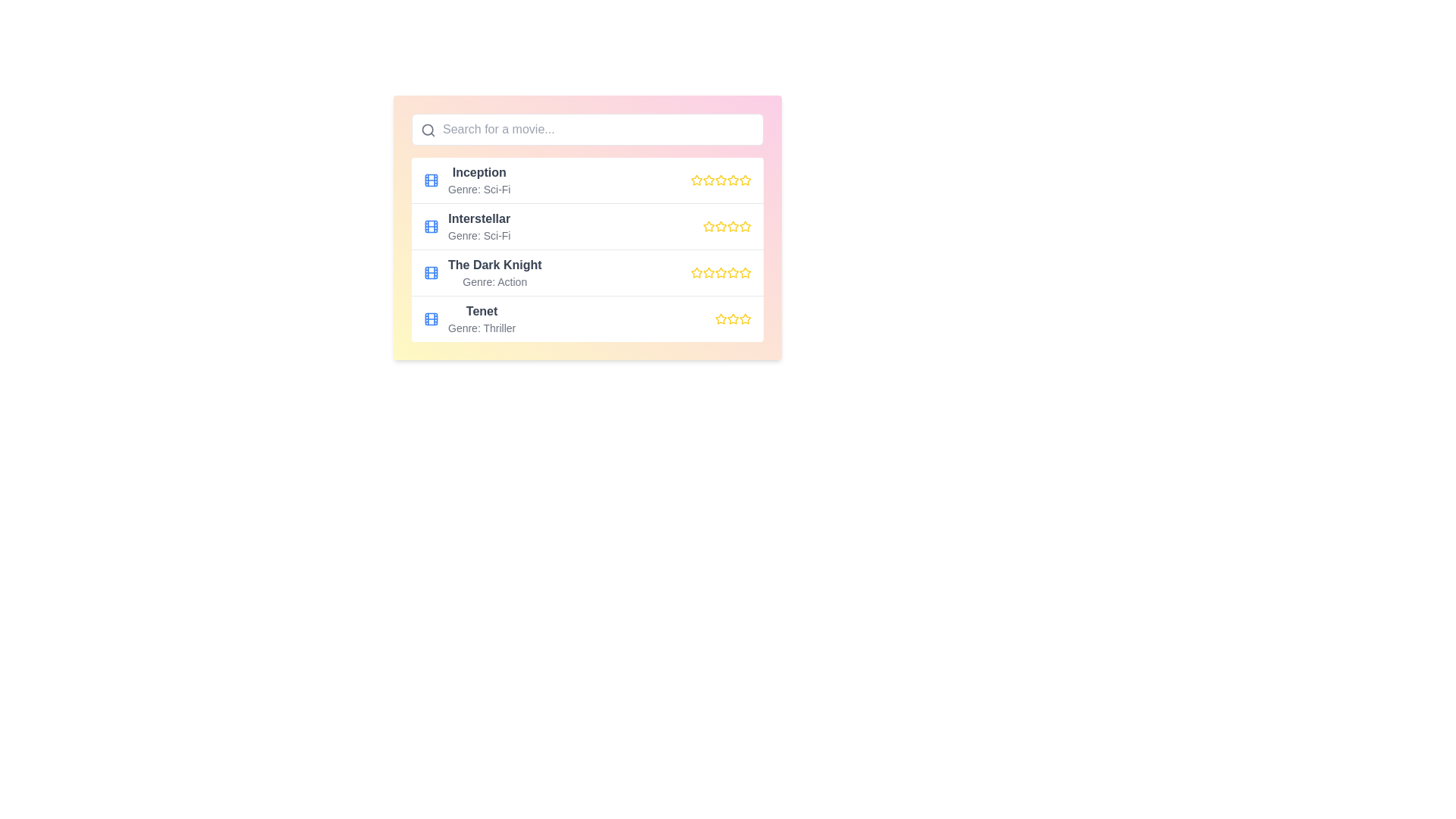  What do you see at coordinates (586, 271) in the screenshot?
I see `the clickable list item displaying the title 'The Dark Knight' and its genre 'Genre: Action'` at bounding box center [586, 271].